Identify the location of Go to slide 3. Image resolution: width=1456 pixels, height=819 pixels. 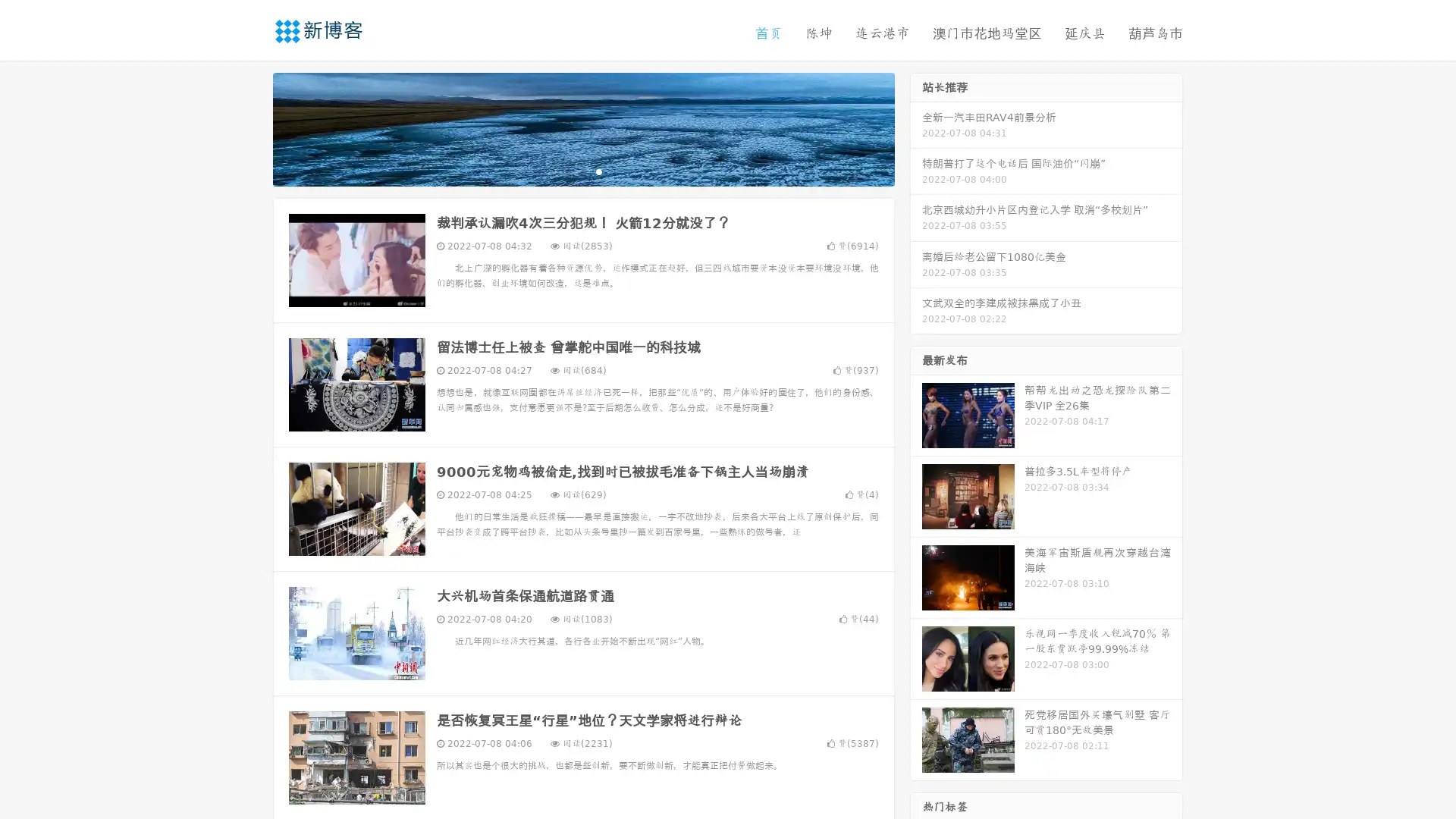
(598, 171).